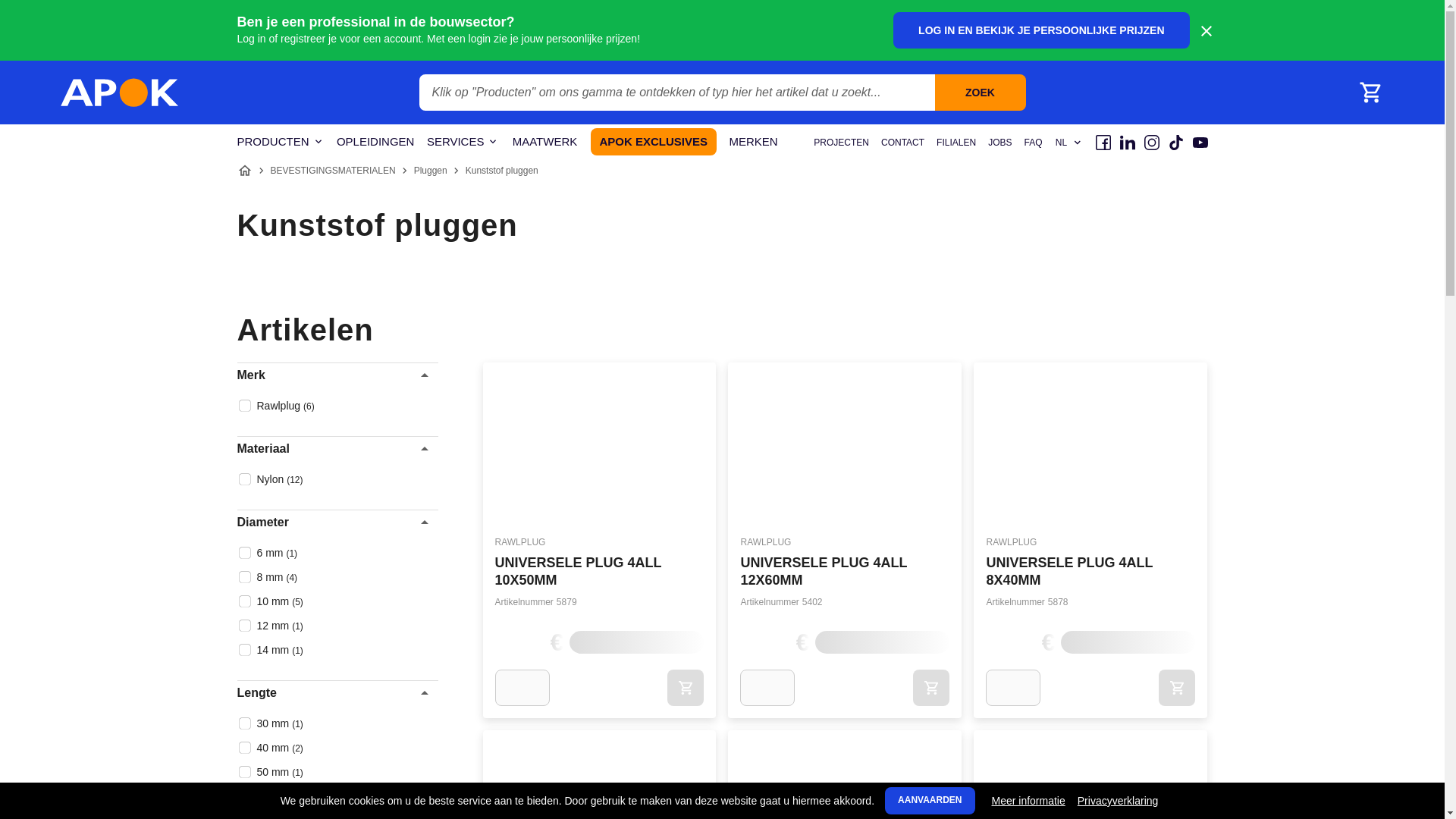  I want to click on 'Youtube', so click(1199, 143).